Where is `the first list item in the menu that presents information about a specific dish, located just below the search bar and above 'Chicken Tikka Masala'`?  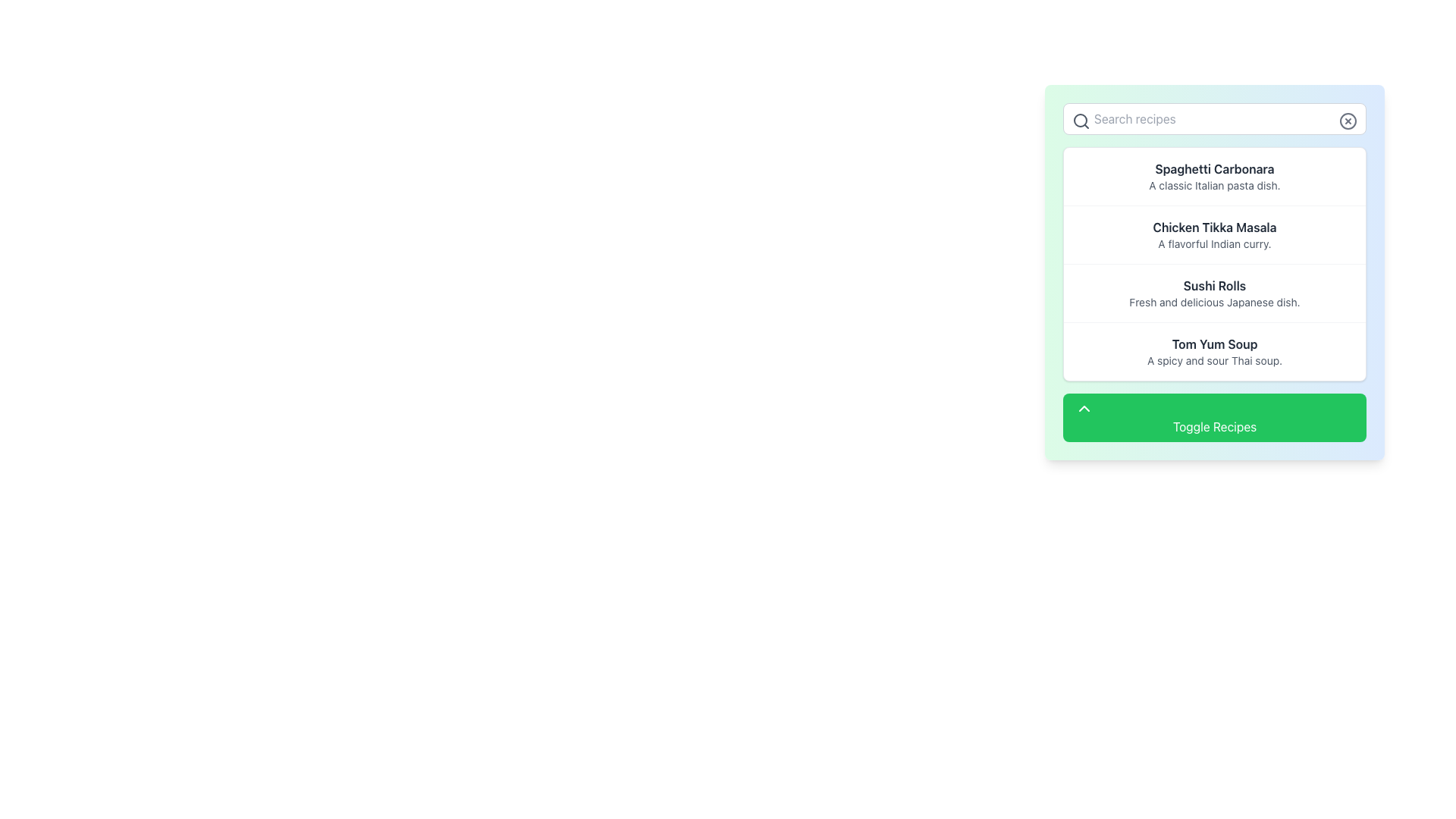 the first list item in the menu that presents information about a specific dish, located just below the search bar and above 'Chicken Tikka Masala' is located at coordinates (1215, 175).